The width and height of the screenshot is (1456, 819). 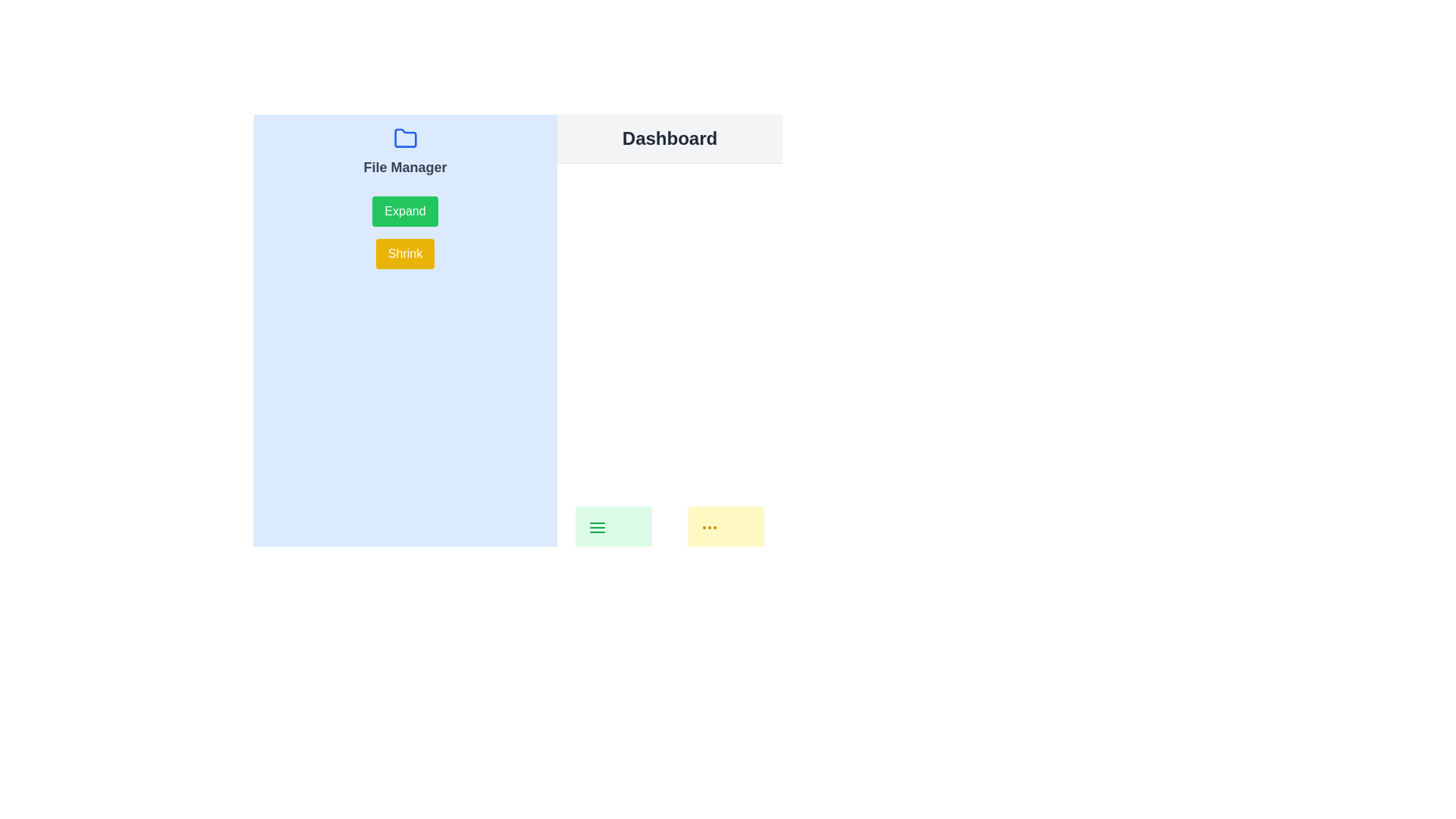 I want to click on the graphical folder icon with blue outlines, located above the 'File Manager' label, so click(x=405, y=138).